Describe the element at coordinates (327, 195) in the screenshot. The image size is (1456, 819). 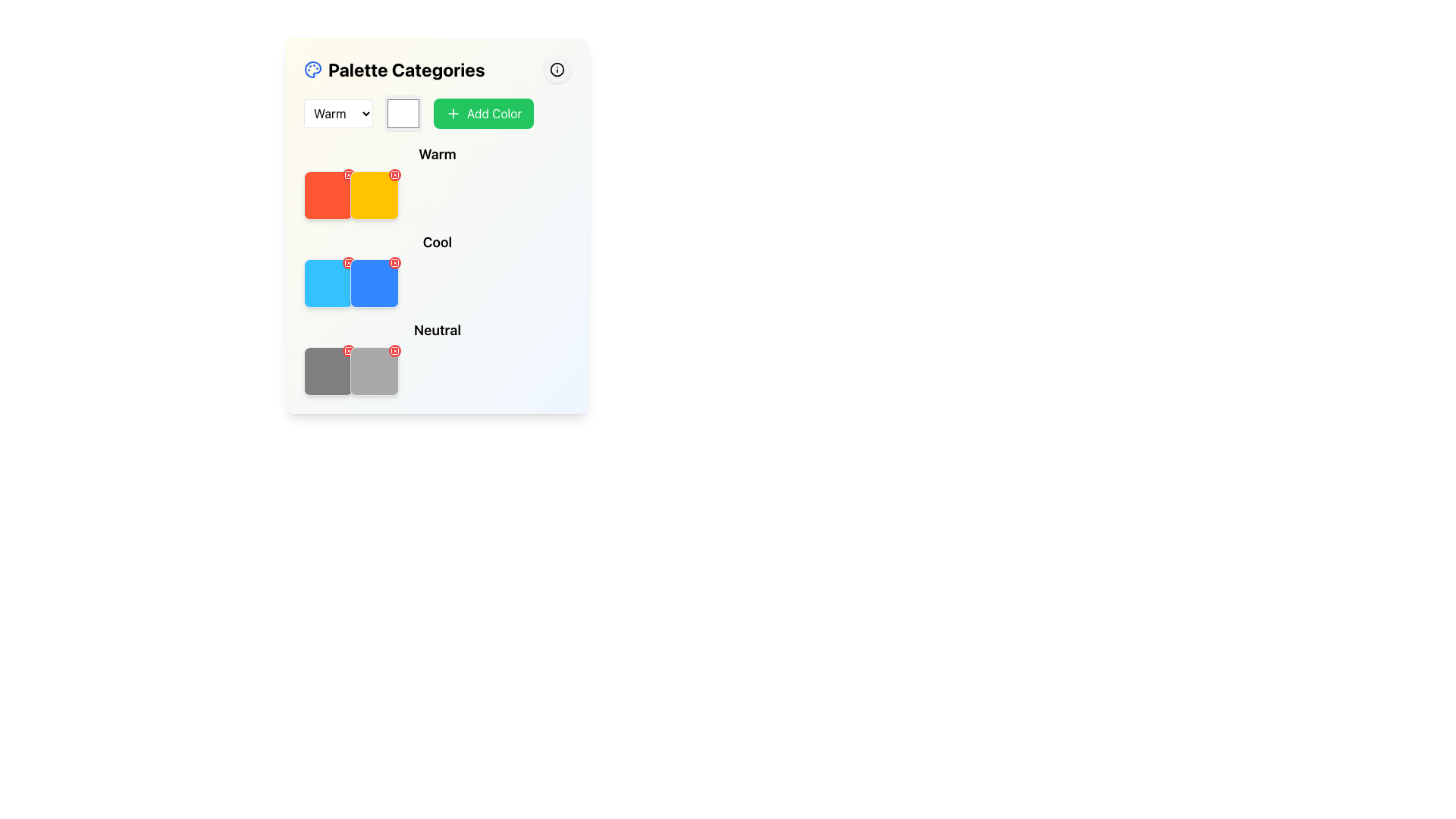
I see `the vibrant red-orange Color Swatch located in the 'Warm' grid layout` at that location.